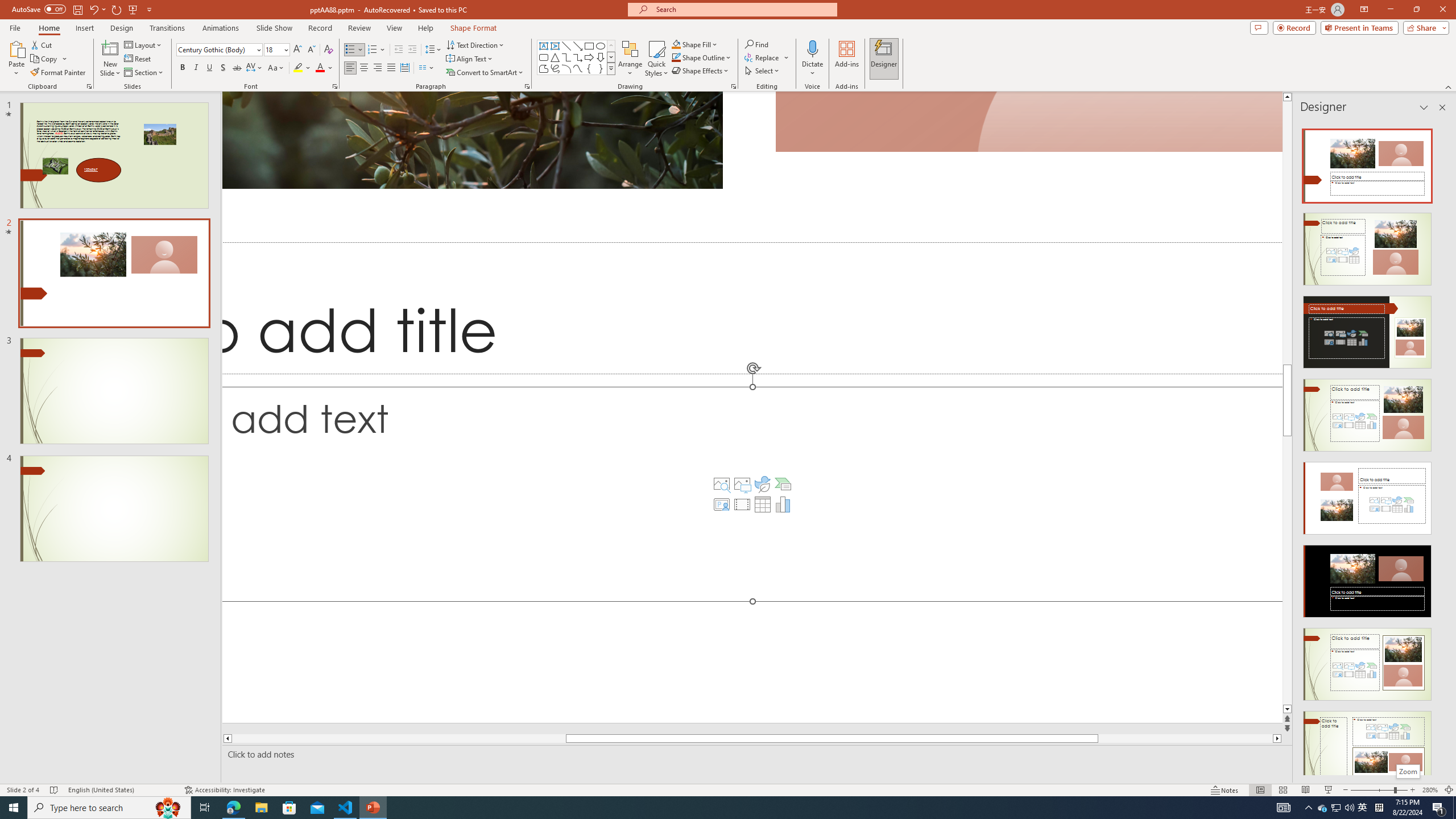  Describe the element at coordinates (209, 67) in the screenshot. I see `'Underline'` at that location.